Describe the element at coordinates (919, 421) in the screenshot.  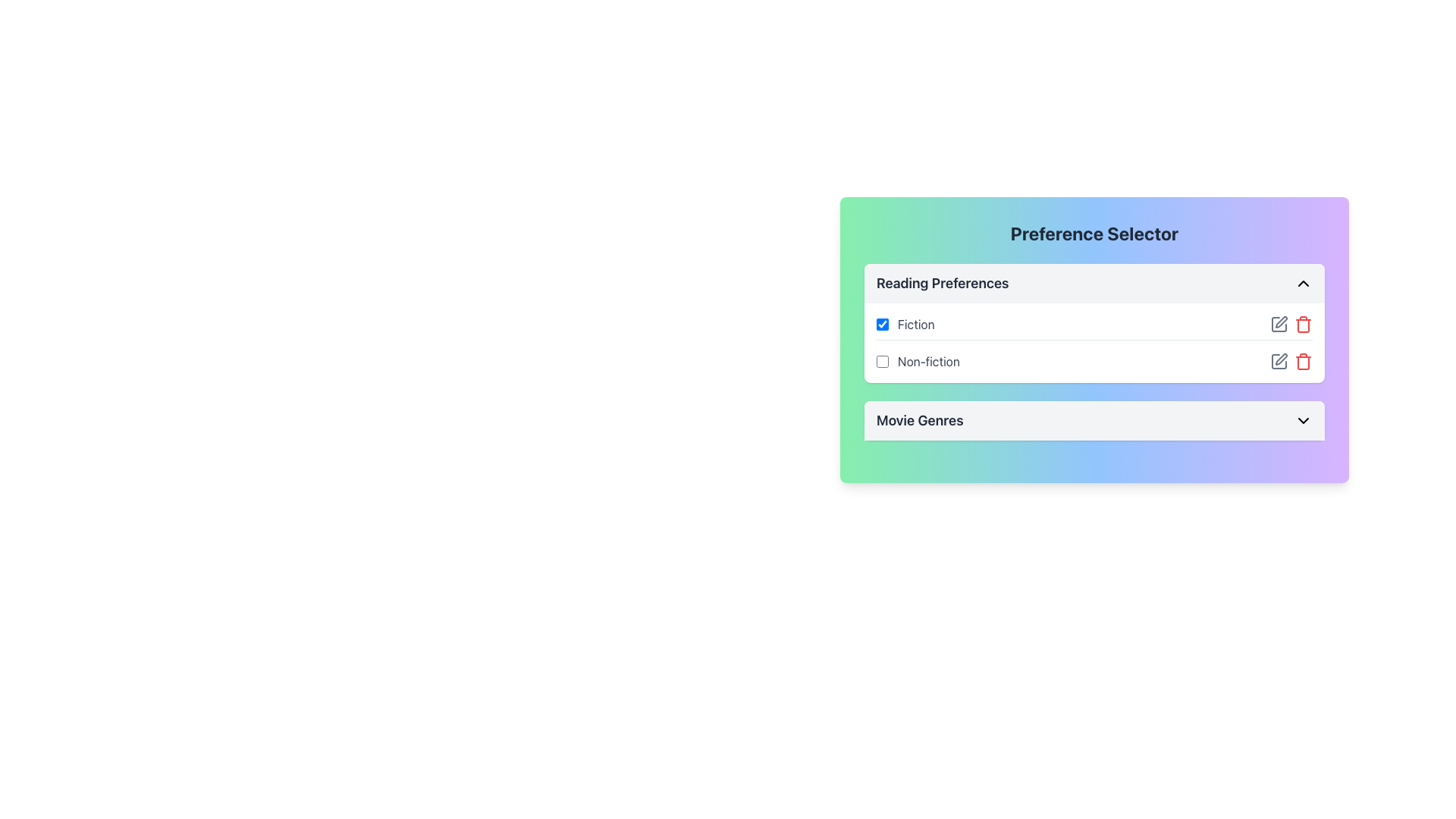
I see `text label 'Movie Genres' which is prominently displayed in bold, dark gray font within the 'Preference Selector' section` at that location.